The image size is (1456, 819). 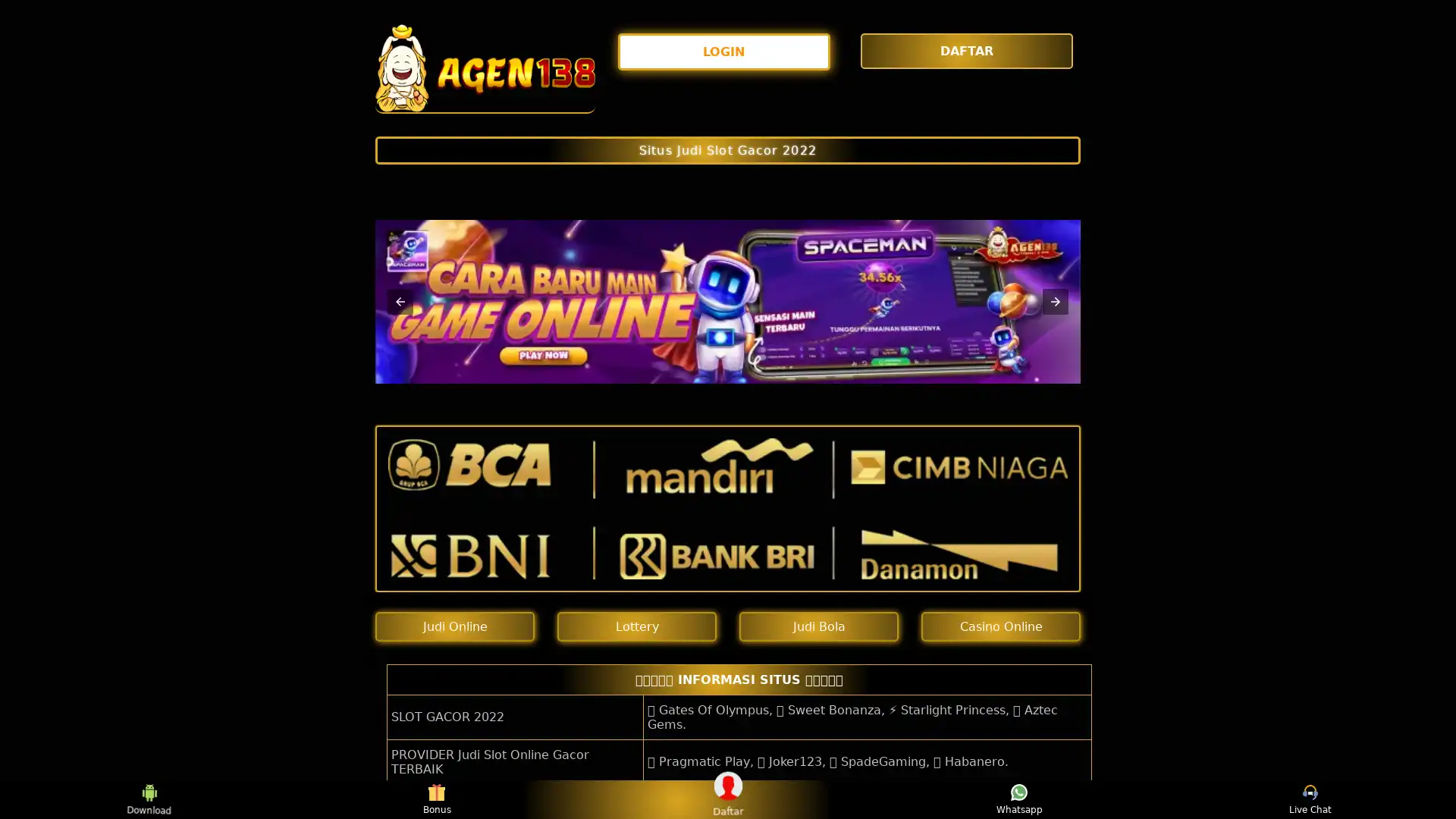 I want to click on Previous item in carousel (1 of 3), so click(x=400, y=301).